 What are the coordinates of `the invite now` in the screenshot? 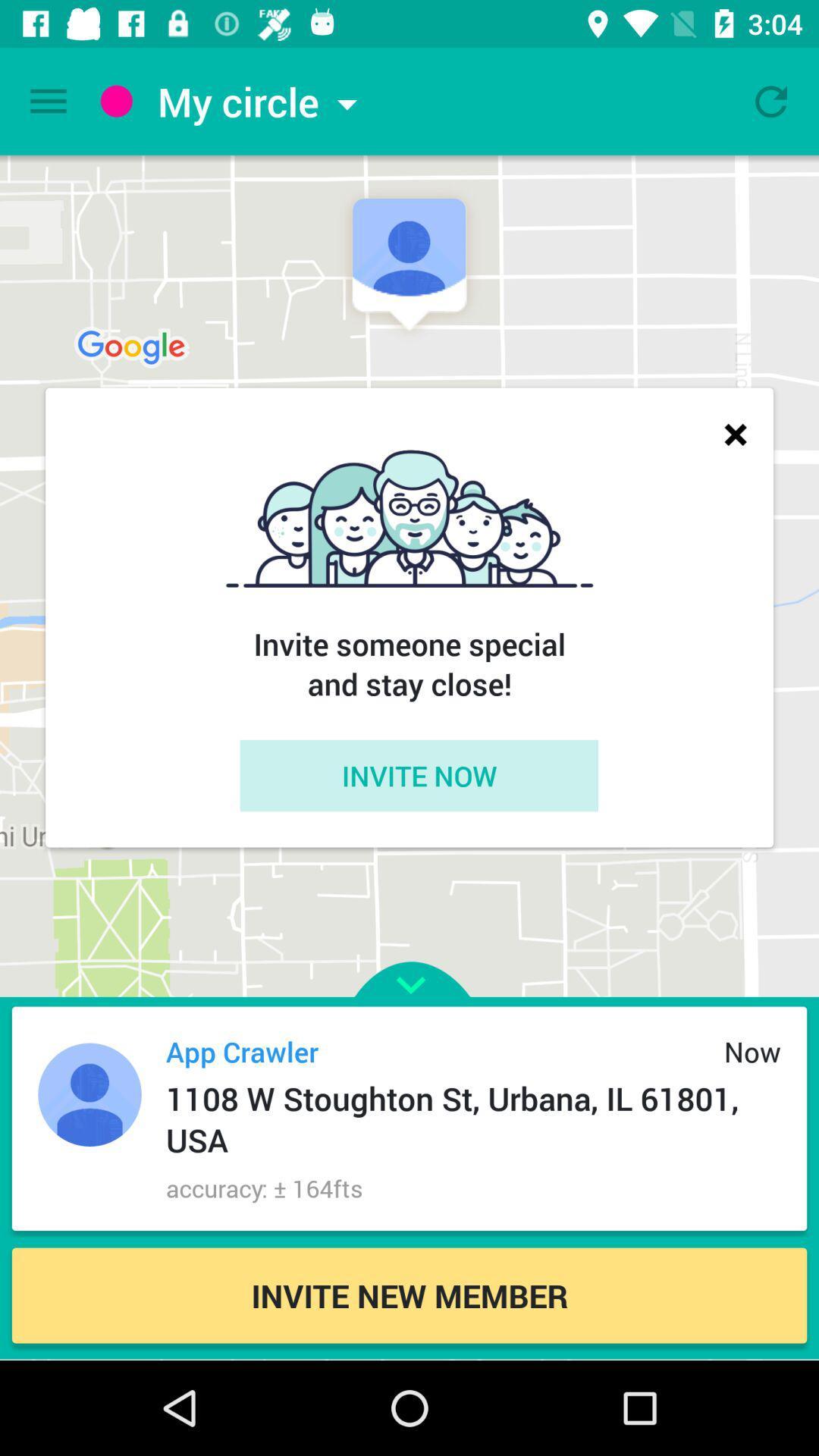 It's located at (419, 775).